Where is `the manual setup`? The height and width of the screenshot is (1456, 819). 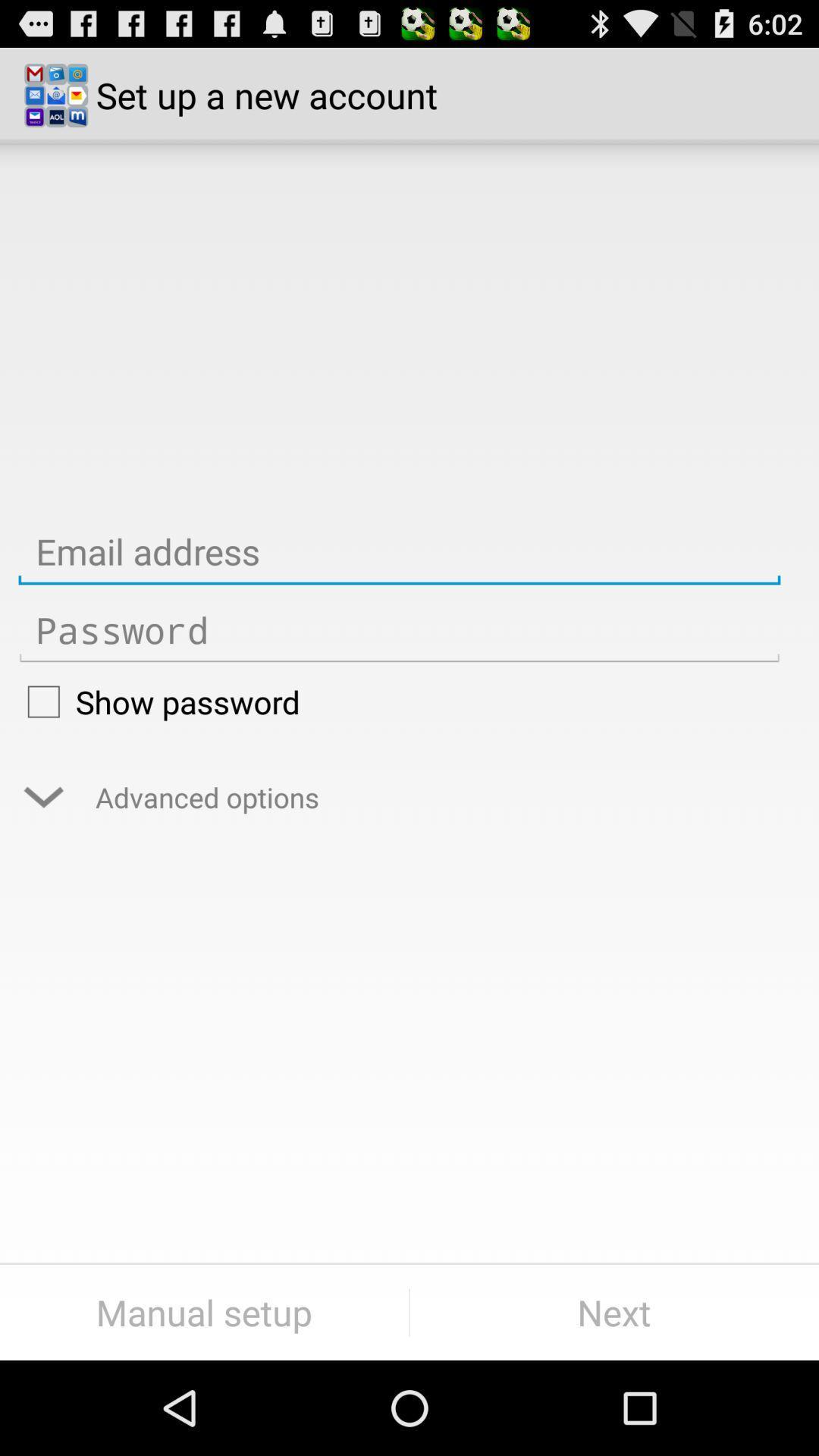
the manual setup is located at coordinates (203, 1312).